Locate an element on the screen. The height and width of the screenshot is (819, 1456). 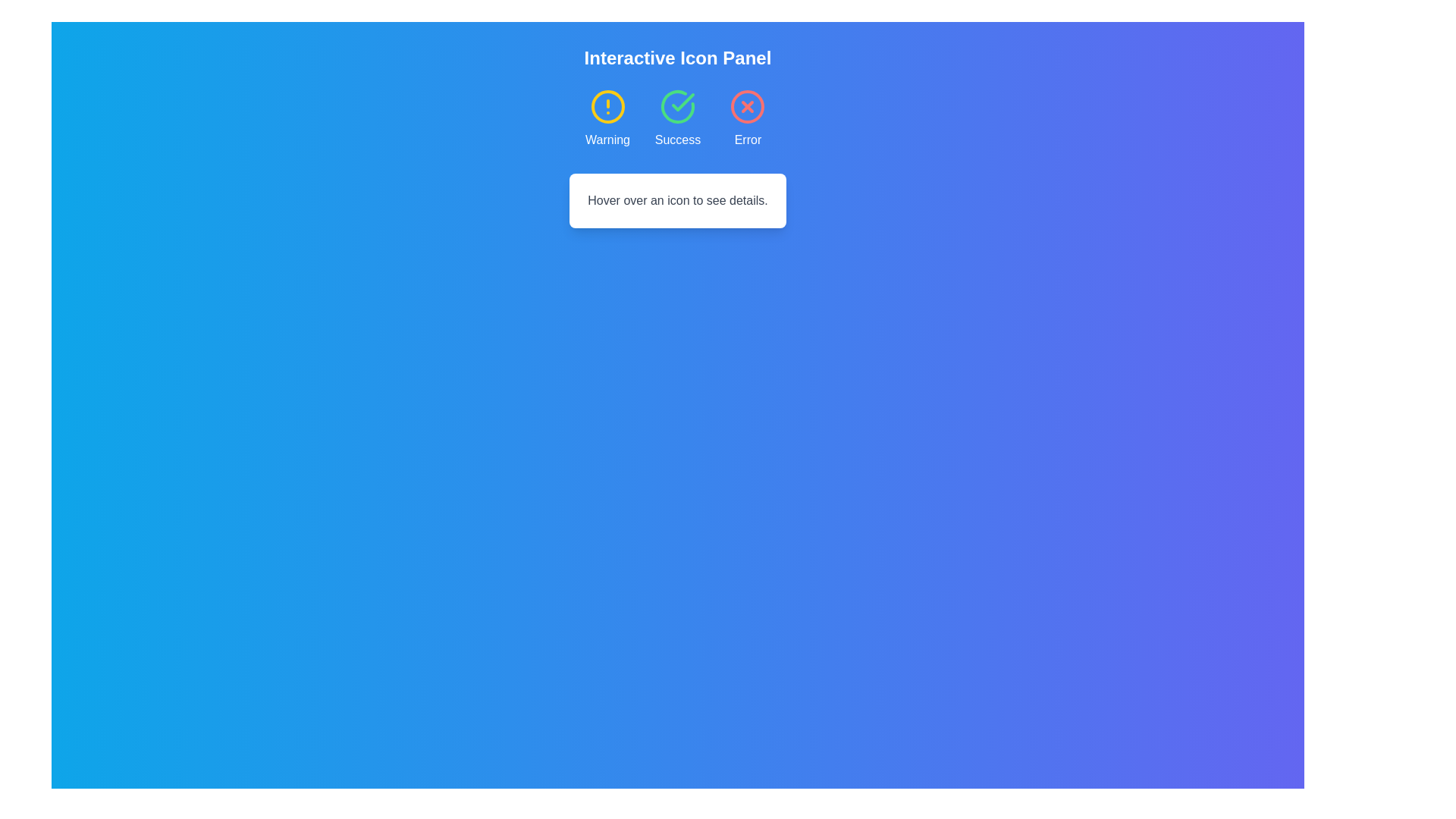
the check mark overlay inside the 'Success' icon, which is part of the graphical representation indicating successful operation completion is located at coordinates (682, 102).